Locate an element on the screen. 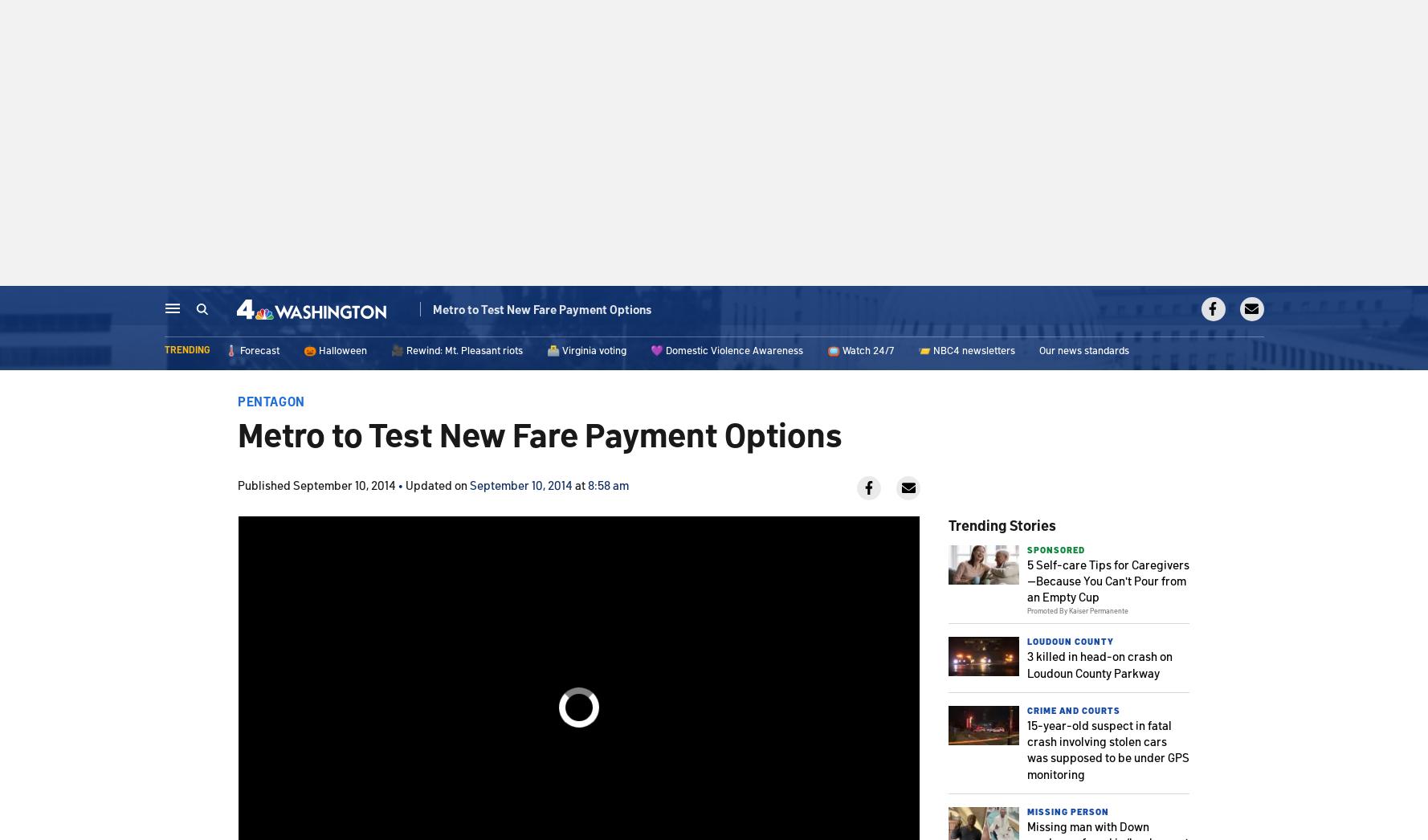 Image resolution: width=1428 pixels, height=840 pixels. 'Pentagon' is located at coordinates (238, 400).